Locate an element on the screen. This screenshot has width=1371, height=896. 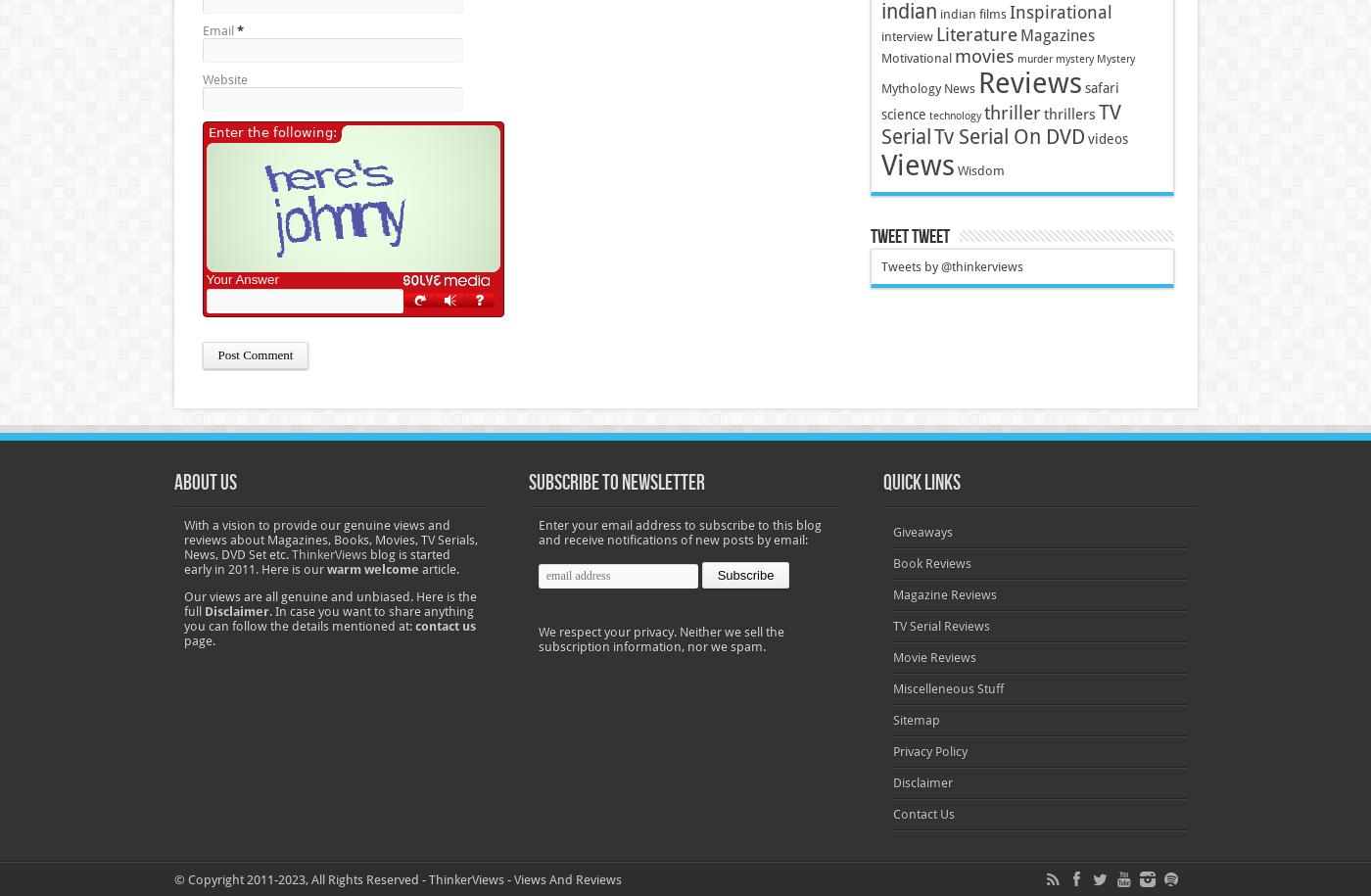
'Views' is located at coordinates (917, 165).